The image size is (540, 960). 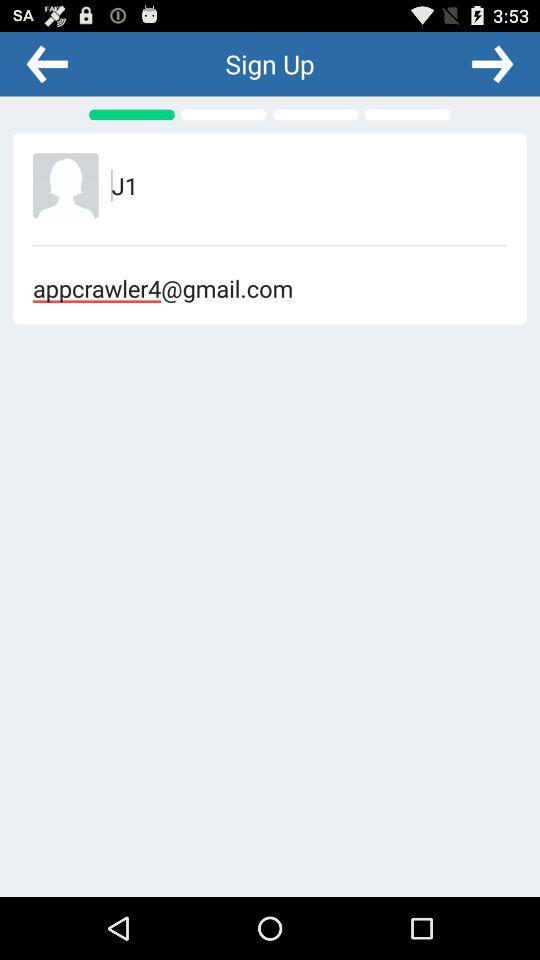 What do you see at coordinates (47, 63) in the screenshot?
I see `back` at bounding box center [47, 63].